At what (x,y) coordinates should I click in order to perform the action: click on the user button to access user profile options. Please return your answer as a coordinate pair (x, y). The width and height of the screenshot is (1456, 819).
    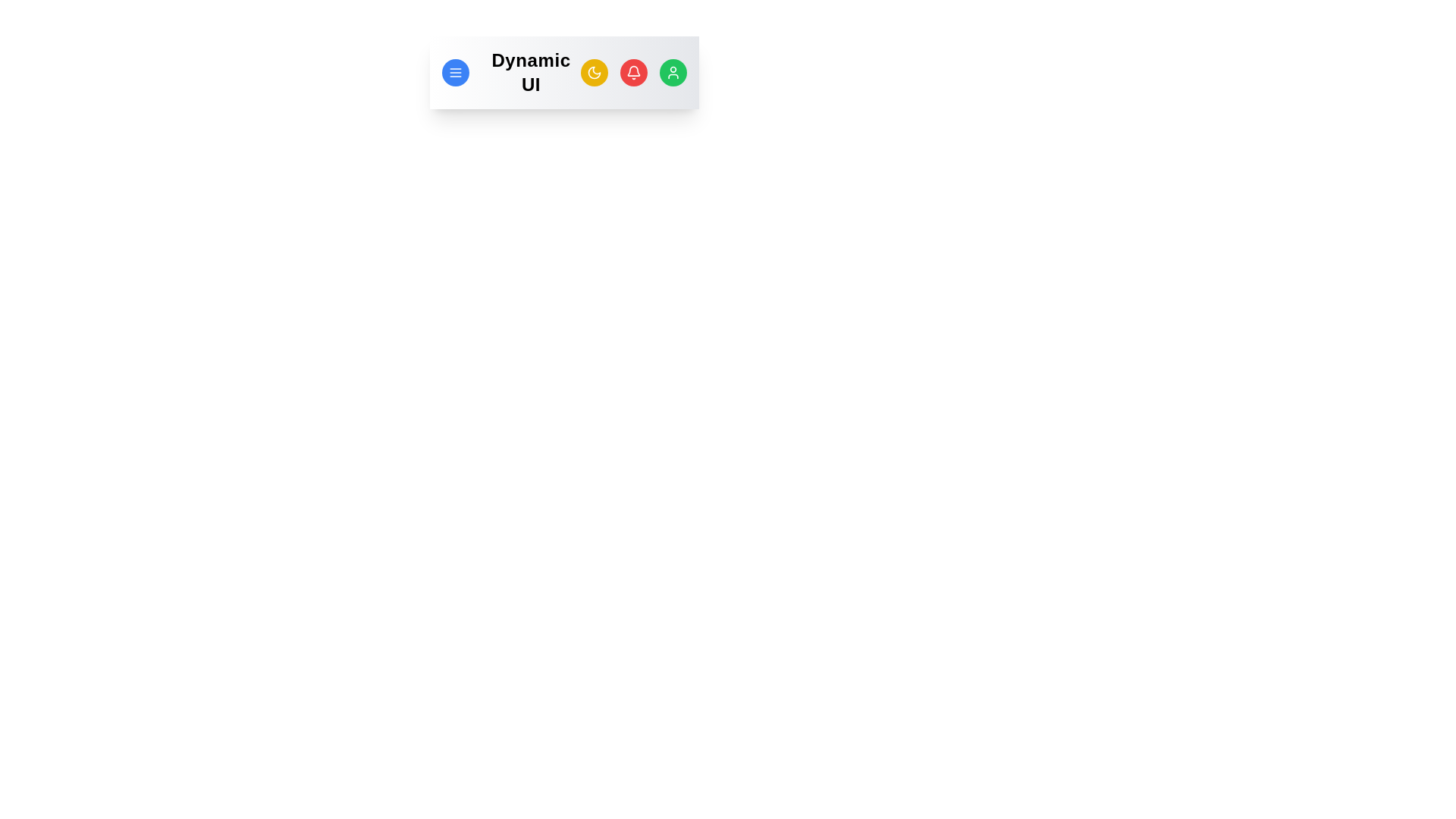
    Looking at the image, I should click on (673, 73).